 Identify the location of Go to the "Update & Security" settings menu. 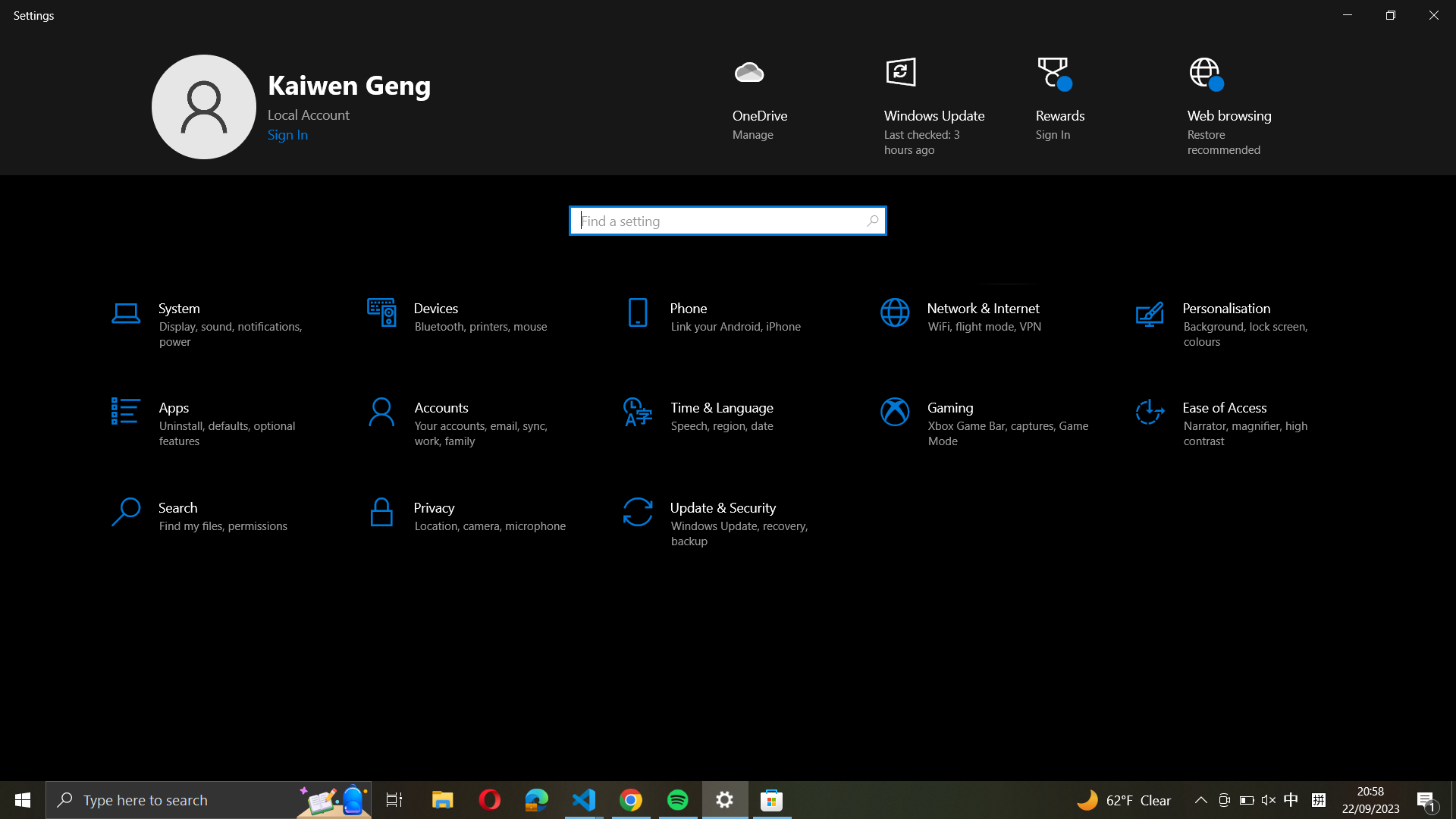
(729, 519).